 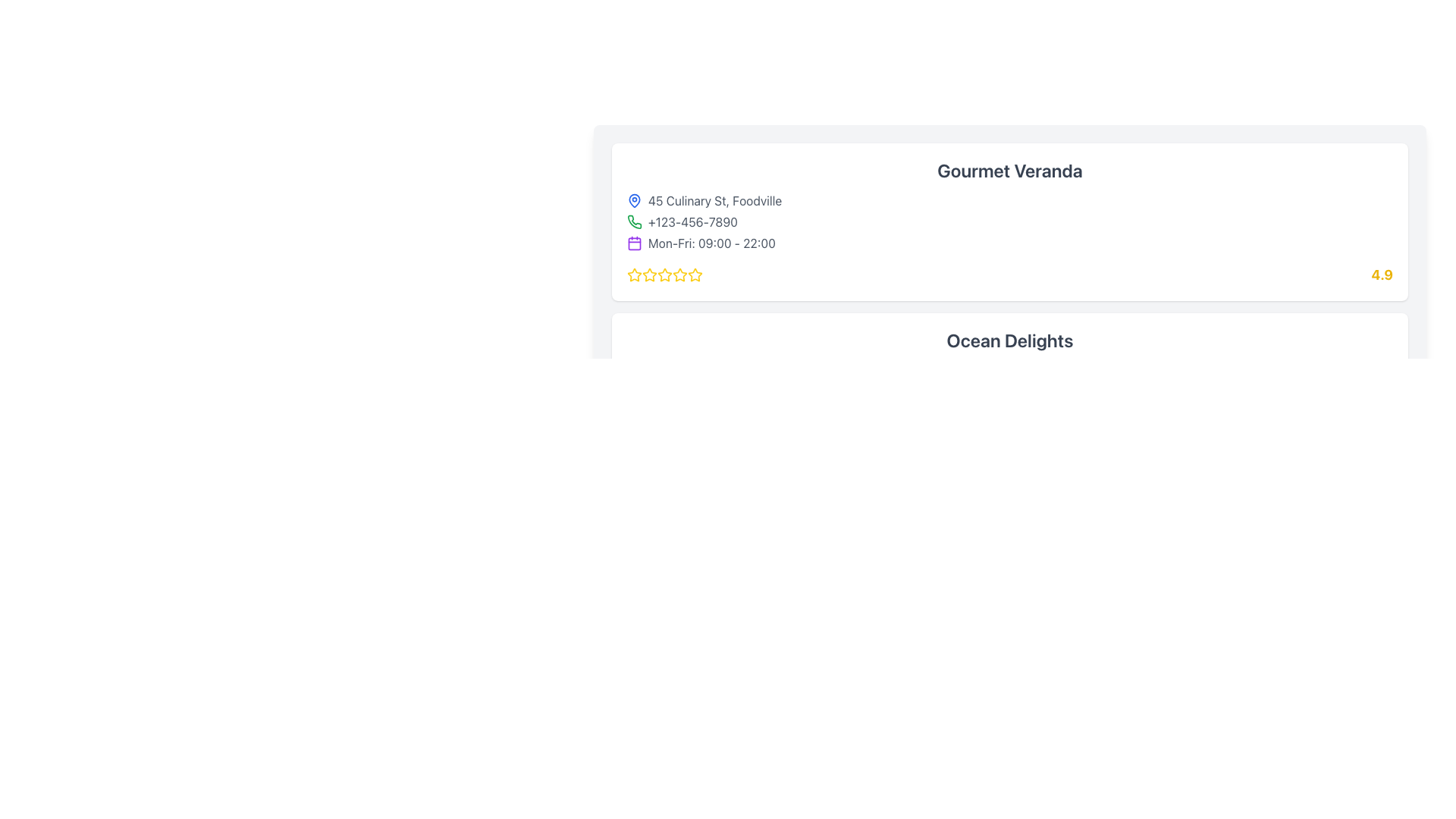 What do you see at coordinates (650, 275) in the screenshot?
I see `the first star icon in the visual rating system located at the bottom of the 'Gourmet Veranda' card` at bounding box center [650, 275].